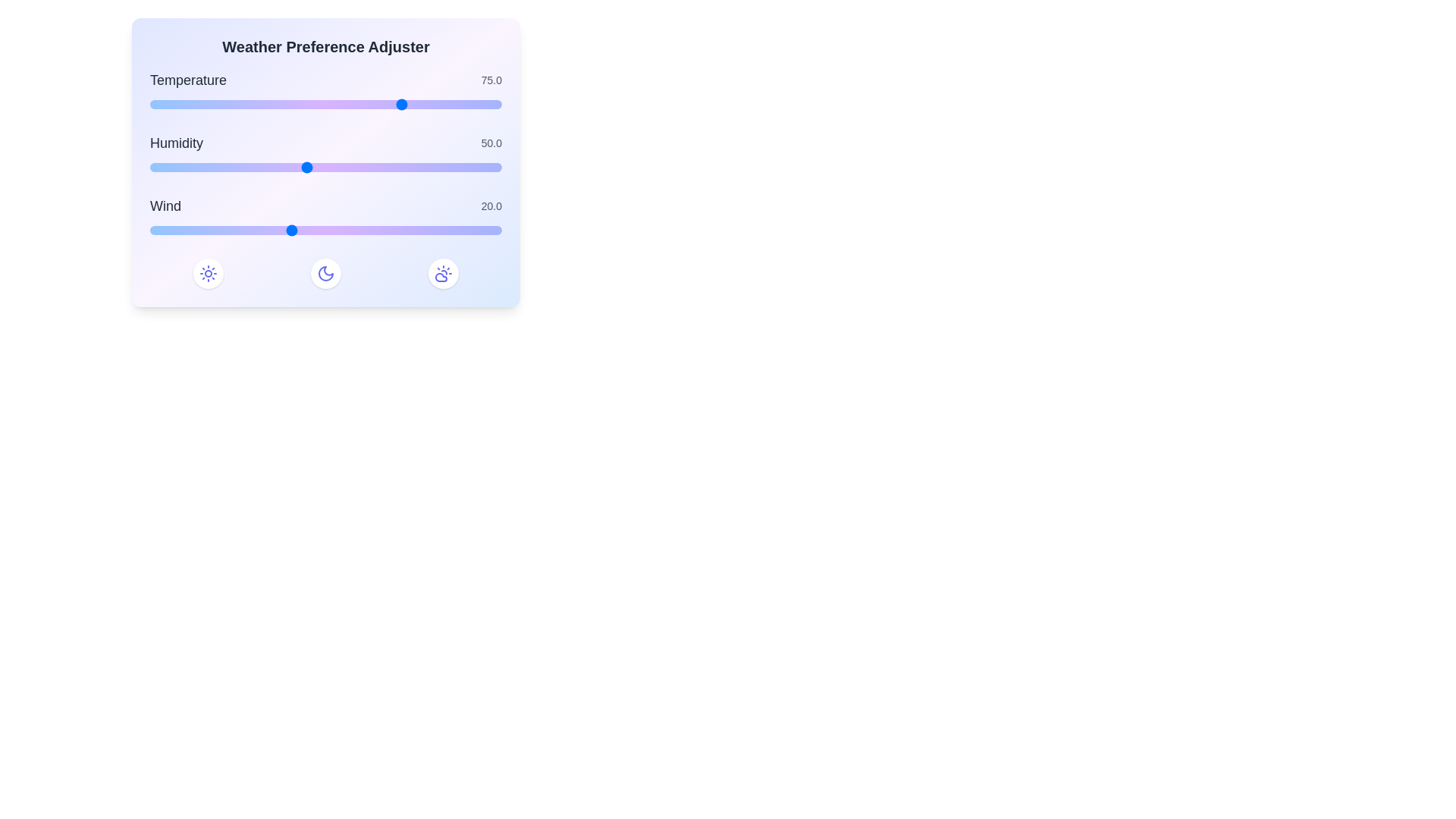 The width and height of the screenshot is (1456, 819). I want to click on the humidity value, so click(458, 167).